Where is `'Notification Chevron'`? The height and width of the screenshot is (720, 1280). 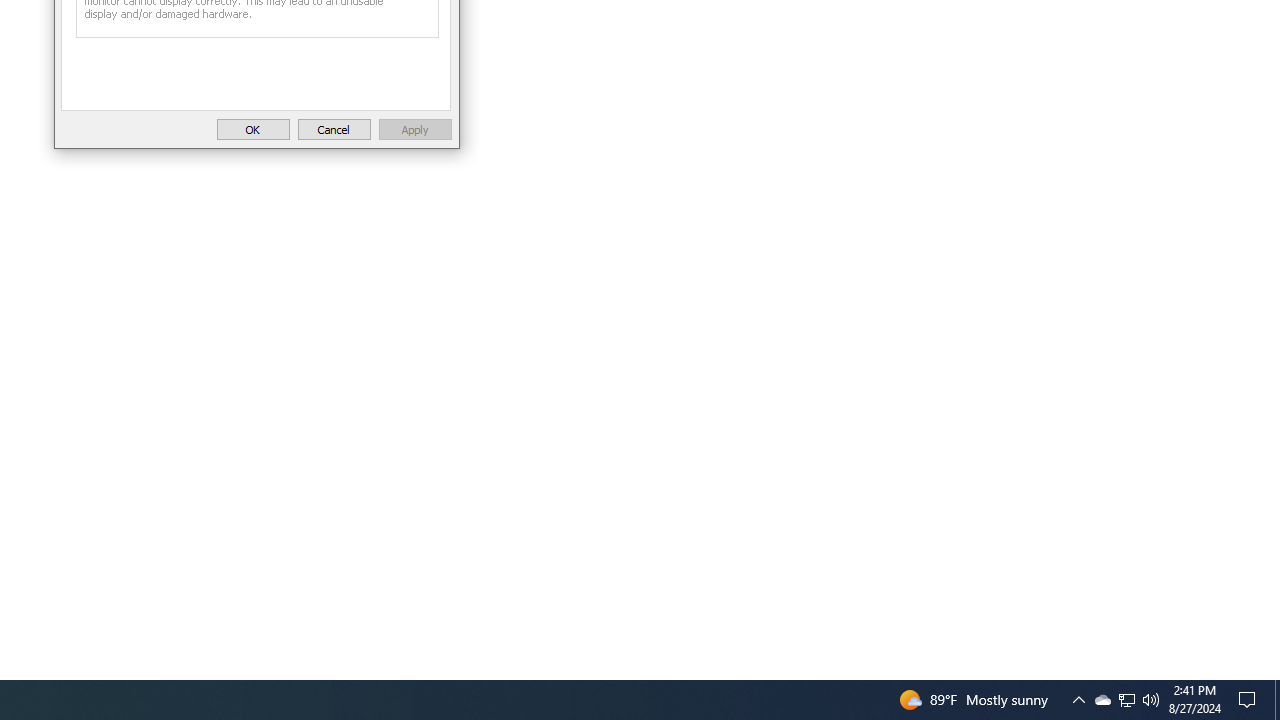 'Notification Chevron' is located at coordinates (1101, 698).